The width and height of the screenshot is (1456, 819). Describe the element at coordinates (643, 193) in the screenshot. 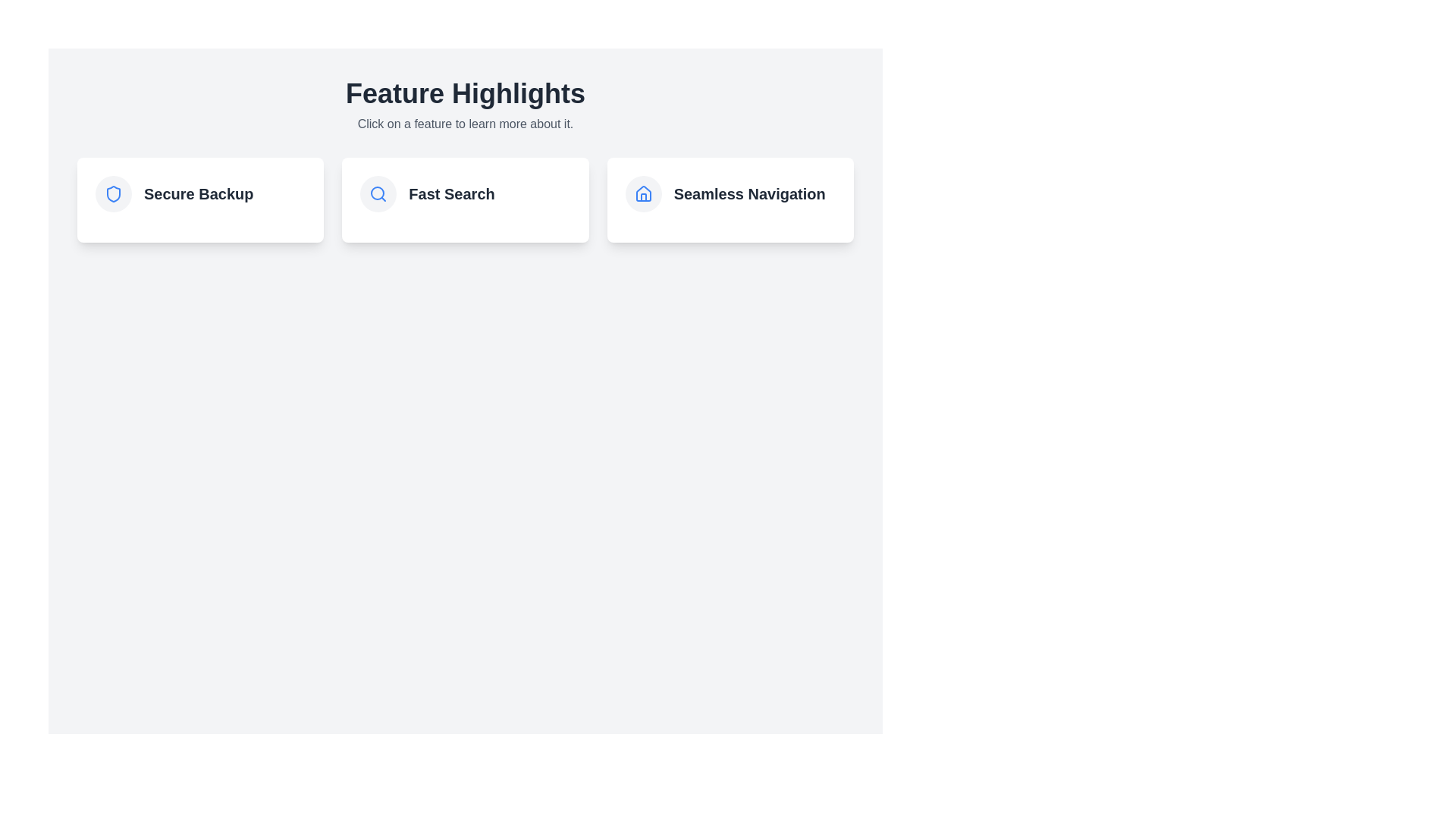

I see `the house vector icon located at the center of the third button from the left in the 'Feature Highlights' section` at that location.